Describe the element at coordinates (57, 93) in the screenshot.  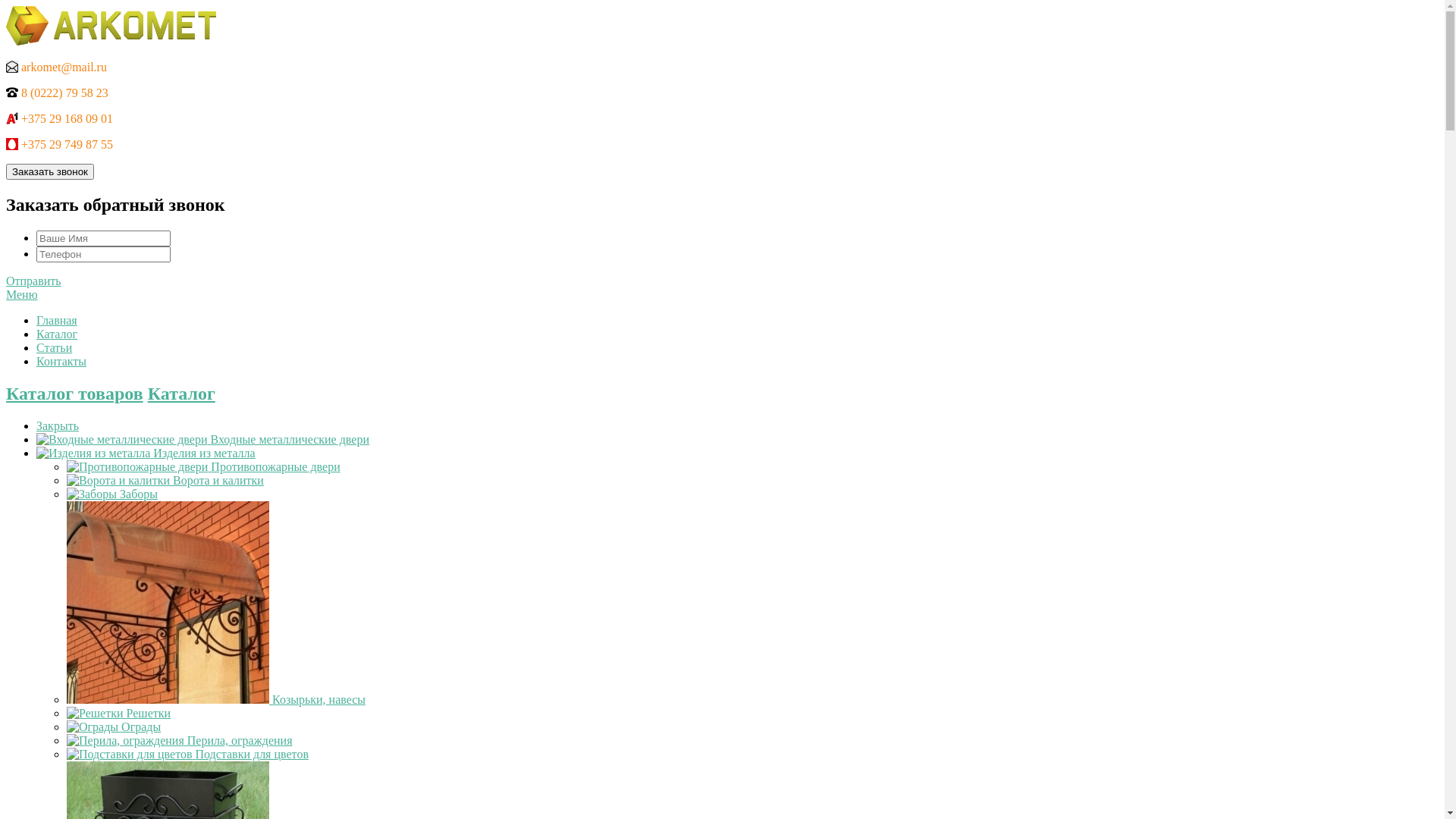
I see `'8 (0222) 79 58 23'` at that location.